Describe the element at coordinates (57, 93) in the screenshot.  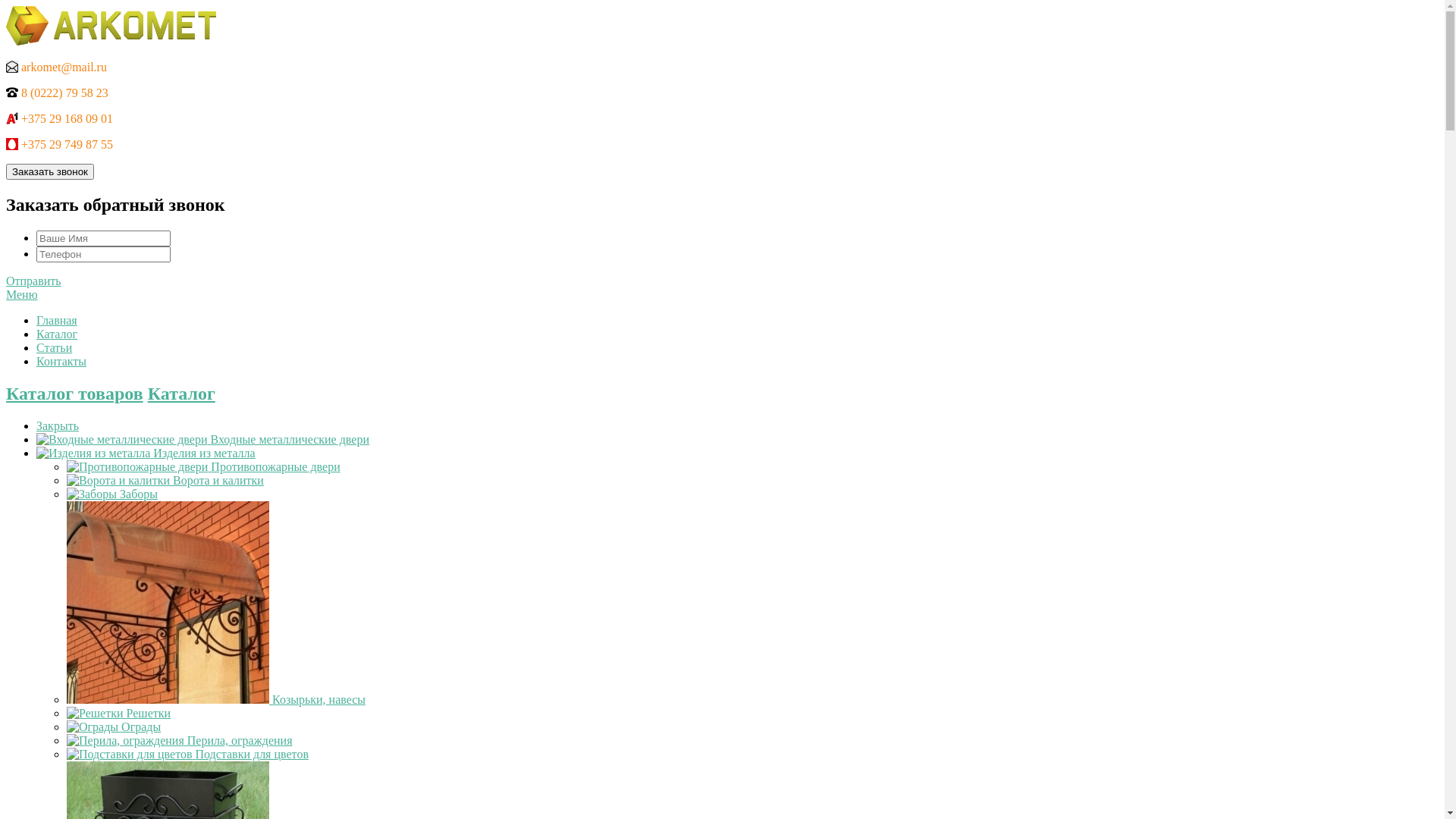
I see `'8 (0222) 79 58 23'` at that location.